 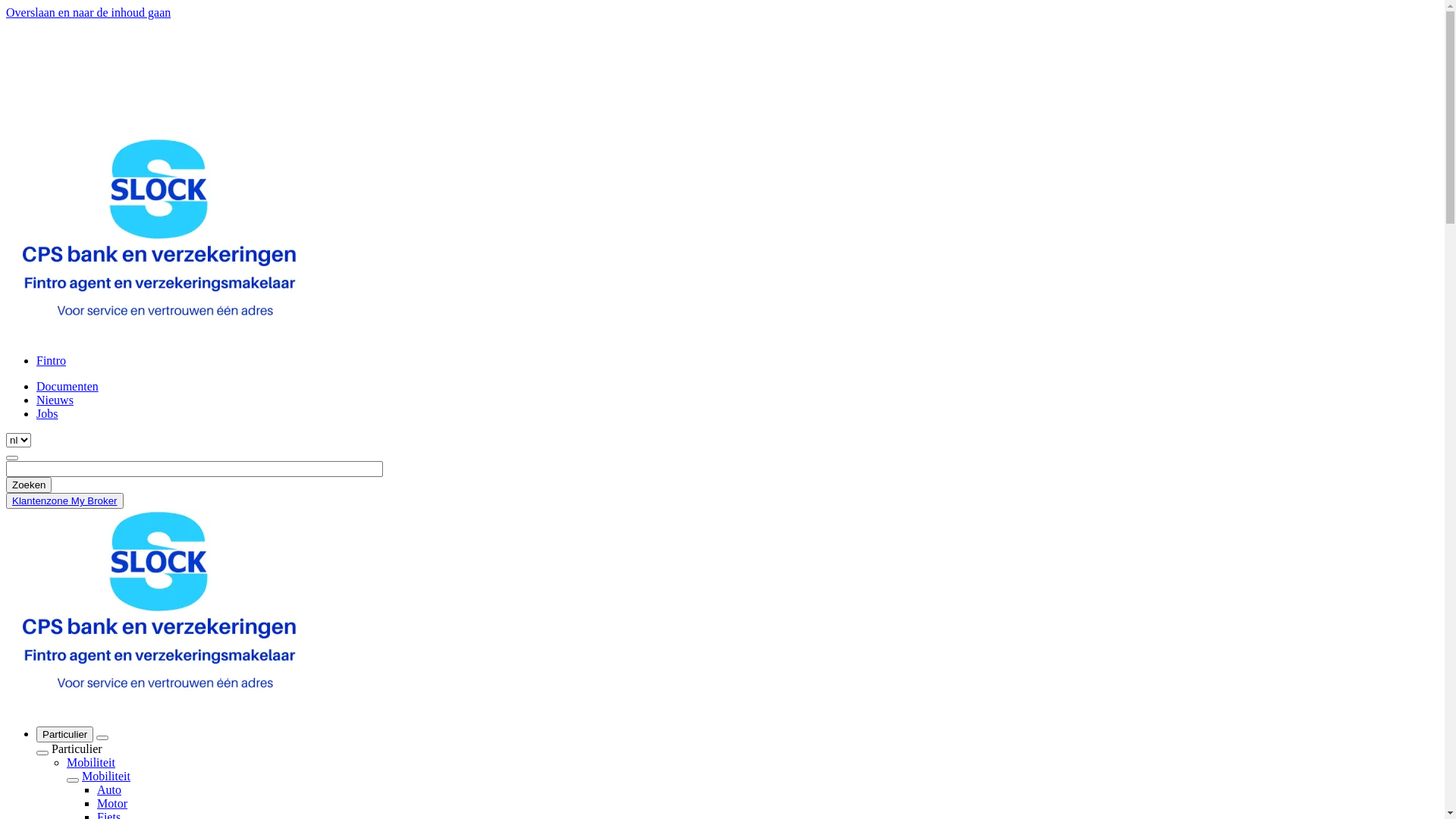 What do you see at coordinates (96, 802) in the screenshot?
I see `'Motor'` at bounding box center [96, 802].